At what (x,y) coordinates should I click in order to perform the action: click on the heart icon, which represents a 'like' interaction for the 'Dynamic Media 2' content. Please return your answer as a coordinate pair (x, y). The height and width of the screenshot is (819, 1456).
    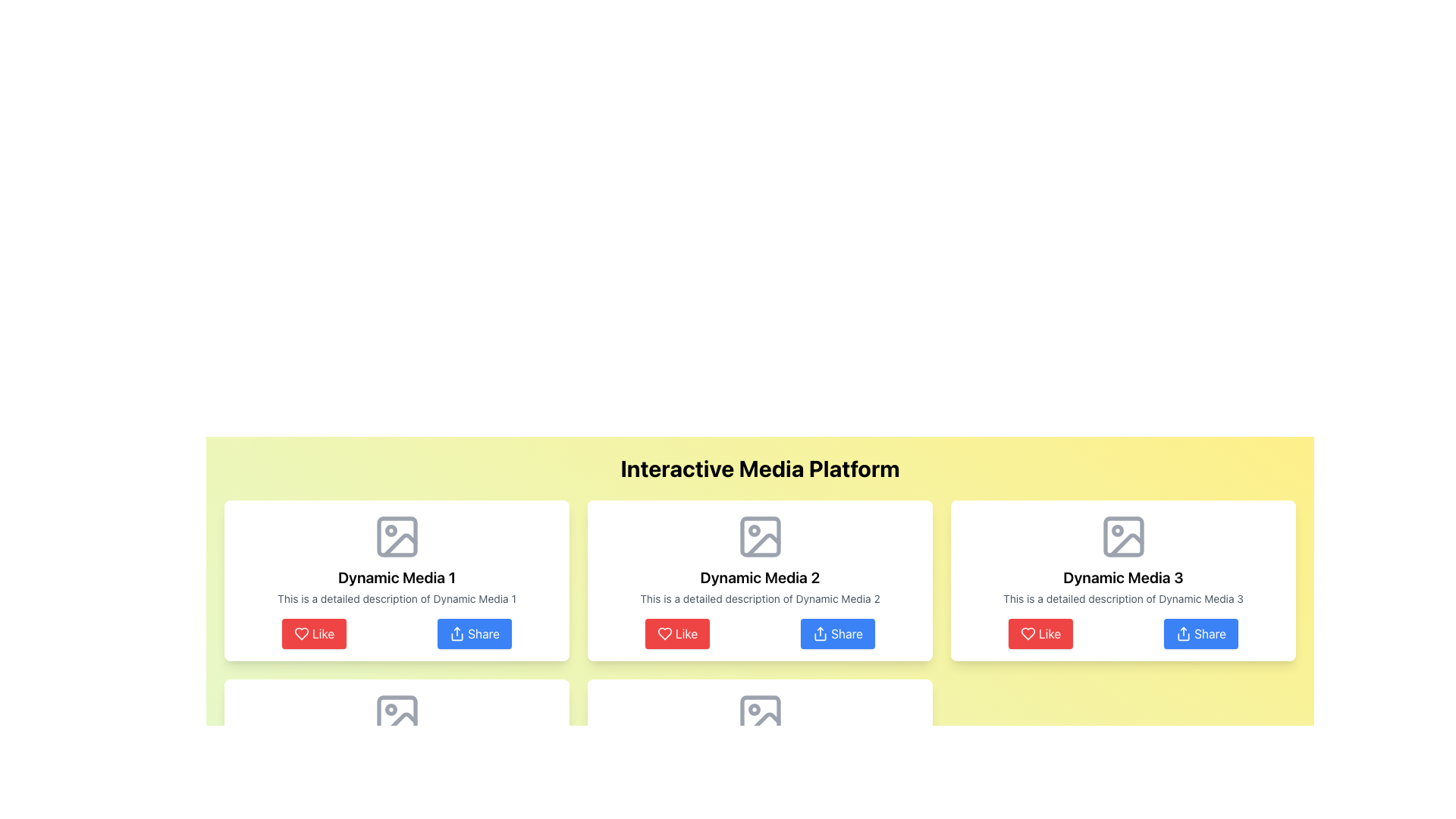
    Looking at the image, I should click on (665, 634).